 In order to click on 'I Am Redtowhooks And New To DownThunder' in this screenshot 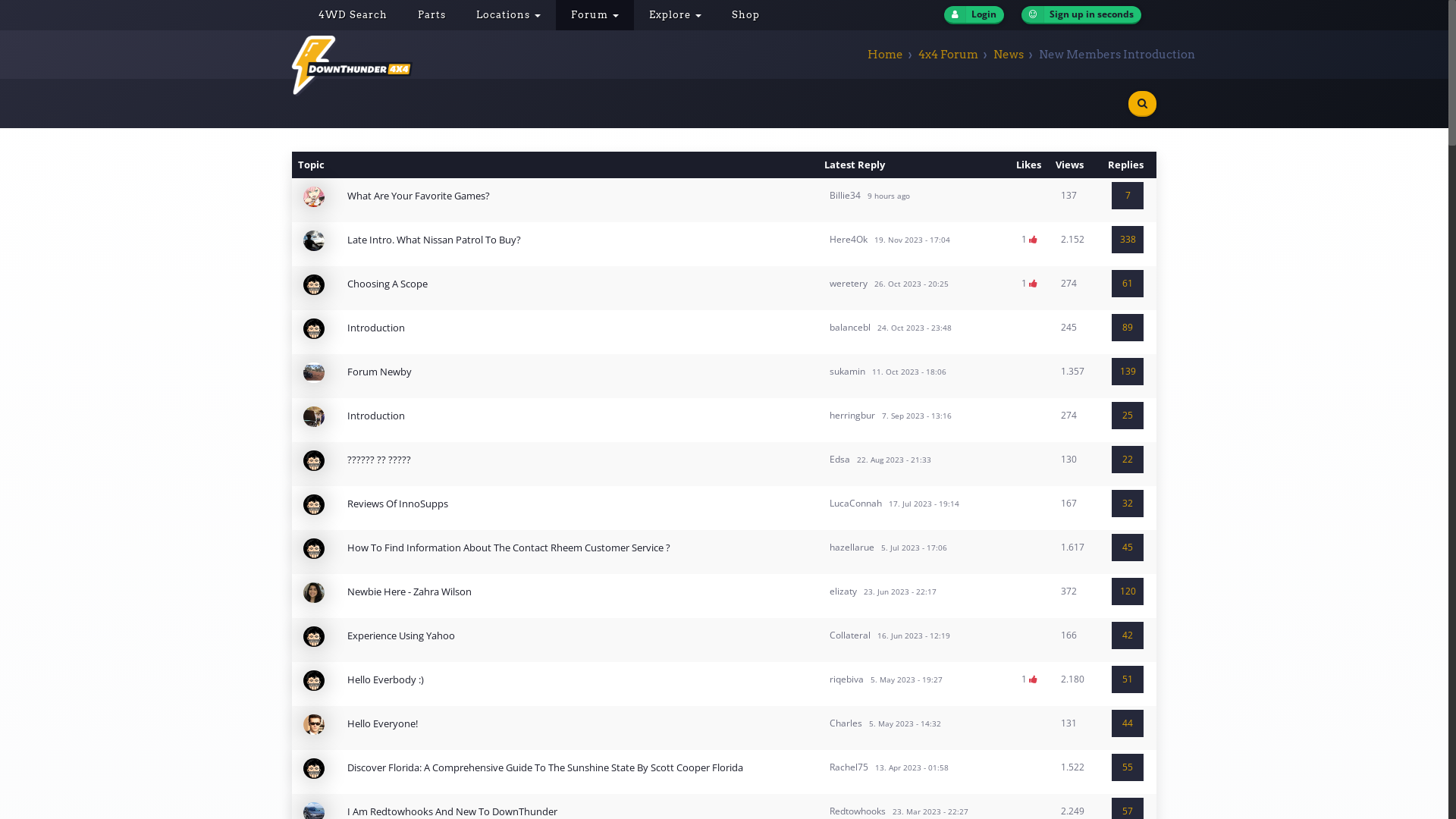, I will do `click(451, 810)`.